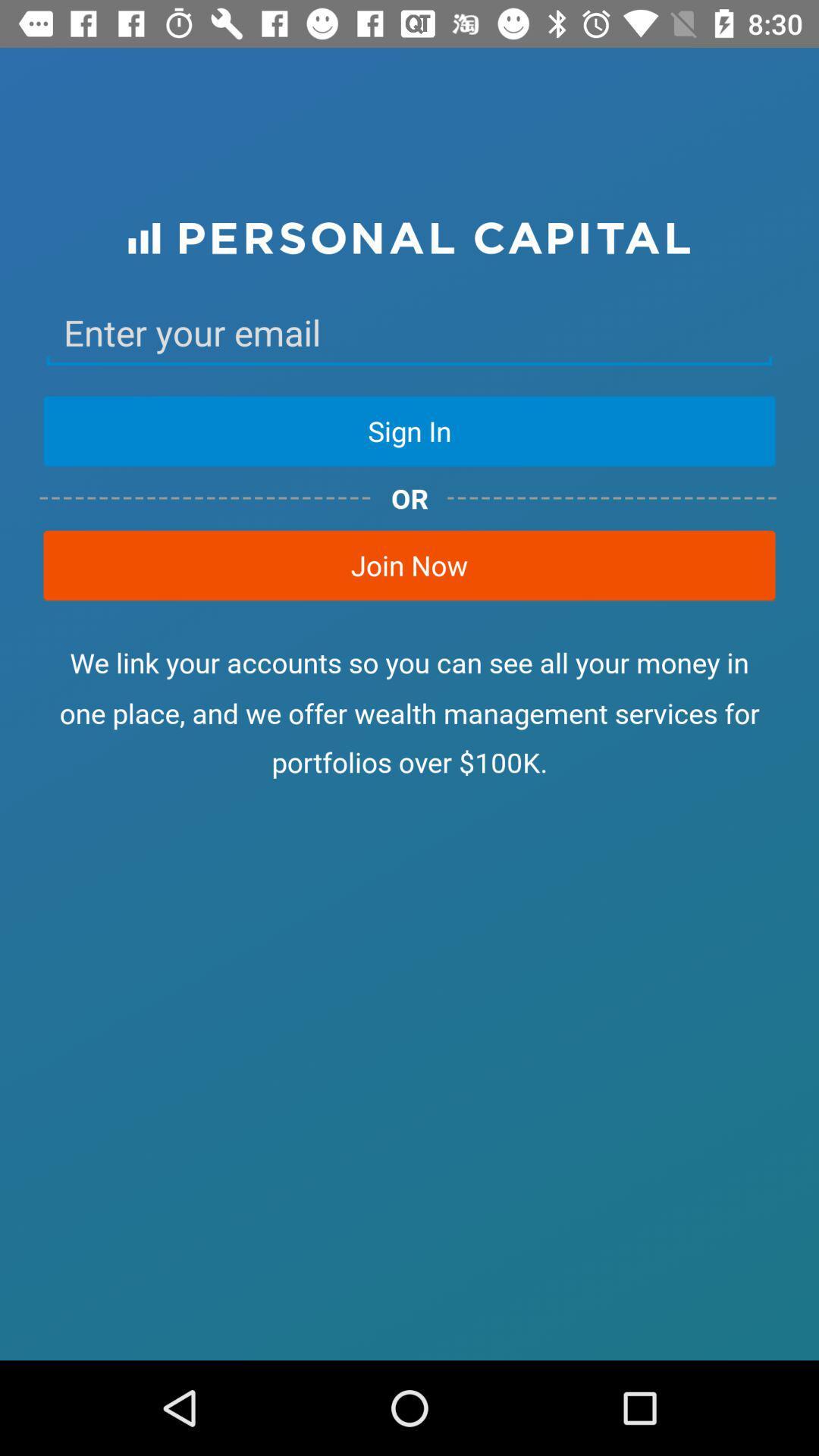 The height and width of the screenshot is (1456, 819). What do you see at coordinates (409, 430) in the screenshot?
I see `the icon above or` at bounding box center [409, 430].